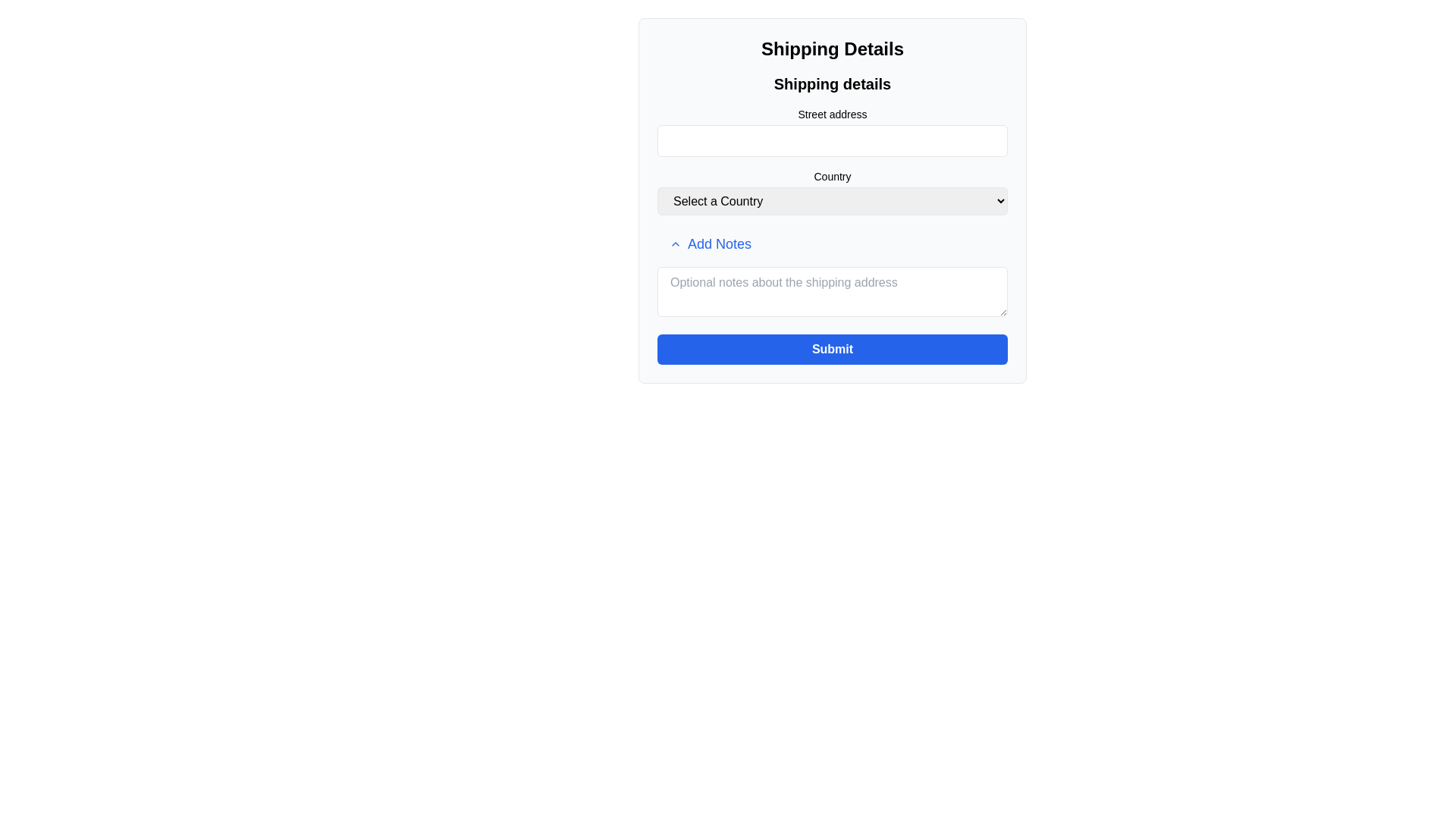 The image size is (1456, 819). What do you see at coordinates (832, 275) in the screenshot?
I see `the label of the Collapsible input field section in the 'Add Notes' group within the 'Shipping Details' form` at bounding box center [832, 275].